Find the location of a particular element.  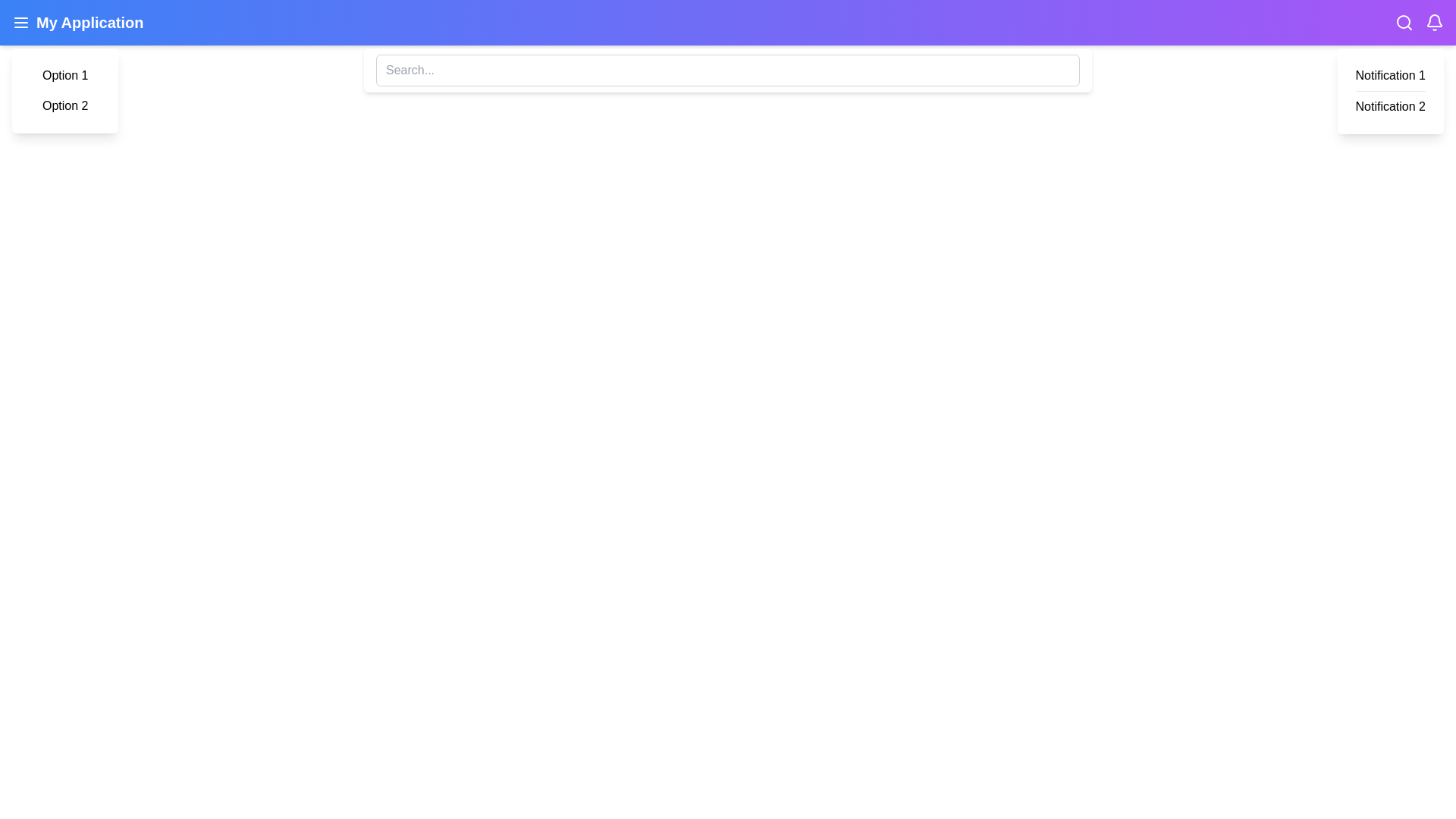

the hamburger menu icon located at the top-left corner of the application’s header bar, next to the title 'My Application', to receive additional visual feedback is located at coordinates (21, 23).